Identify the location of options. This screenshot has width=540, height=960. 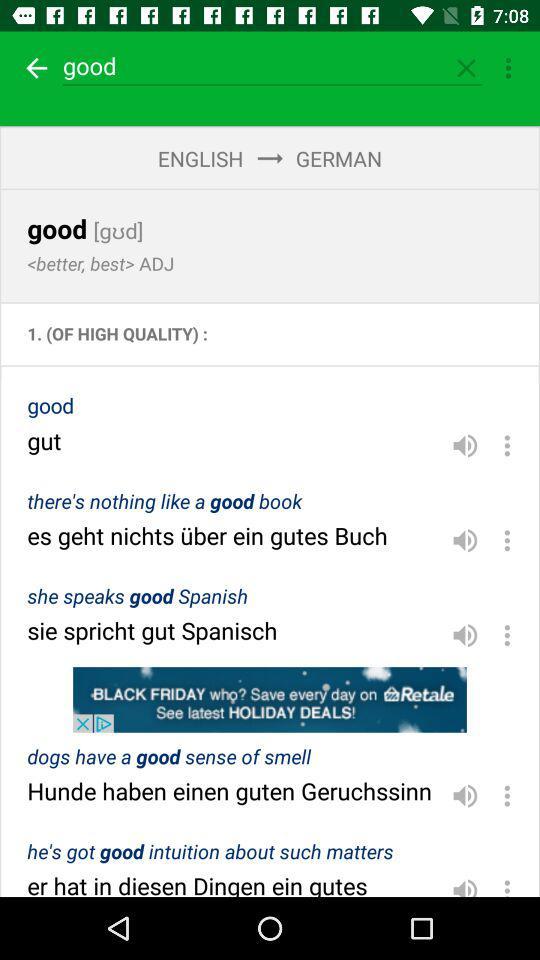
(507, 634).